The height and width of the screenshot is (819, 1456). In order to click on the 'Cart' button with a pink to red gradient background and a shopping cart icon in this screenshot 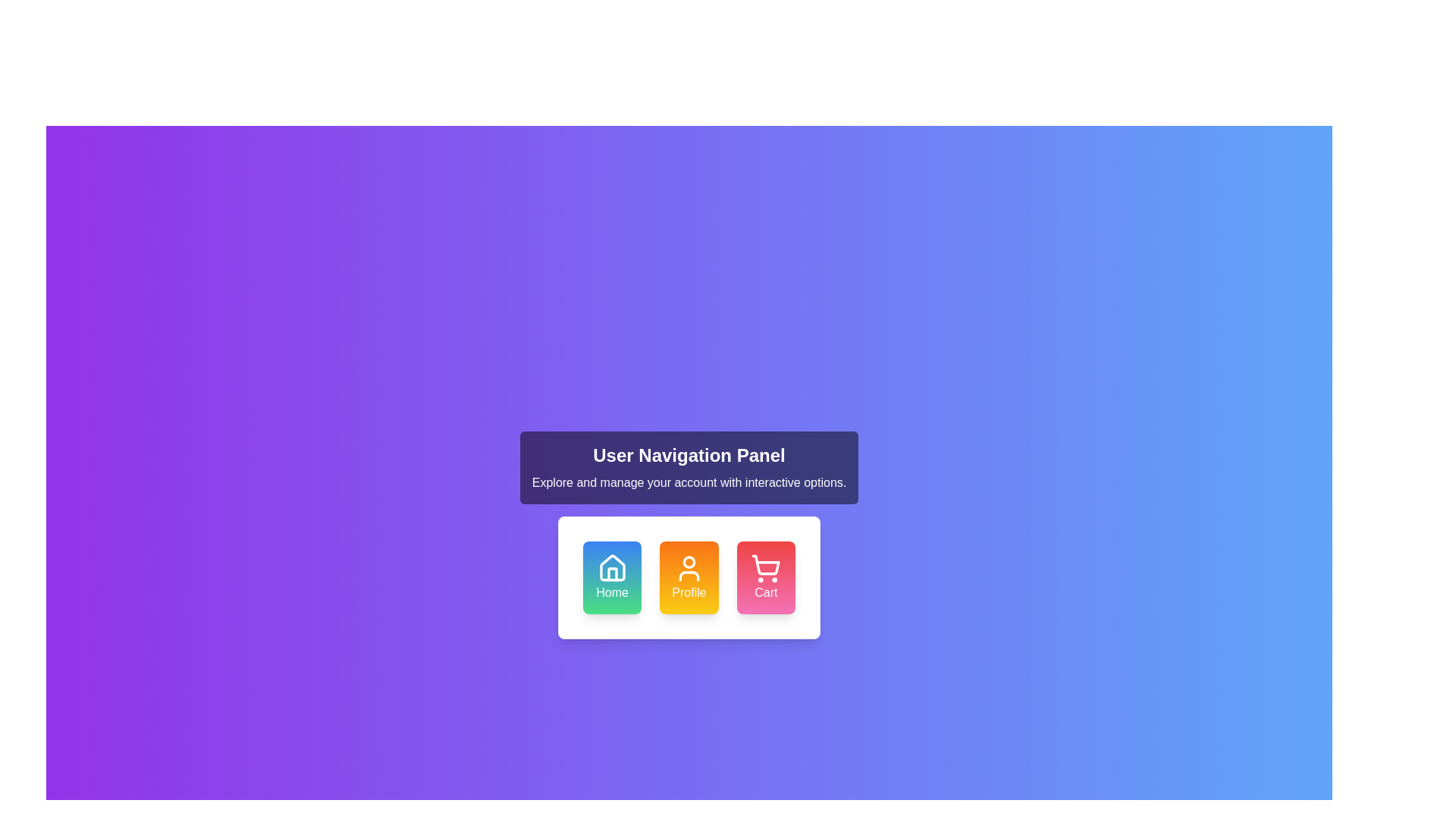, I will do `click(765, 578)`.